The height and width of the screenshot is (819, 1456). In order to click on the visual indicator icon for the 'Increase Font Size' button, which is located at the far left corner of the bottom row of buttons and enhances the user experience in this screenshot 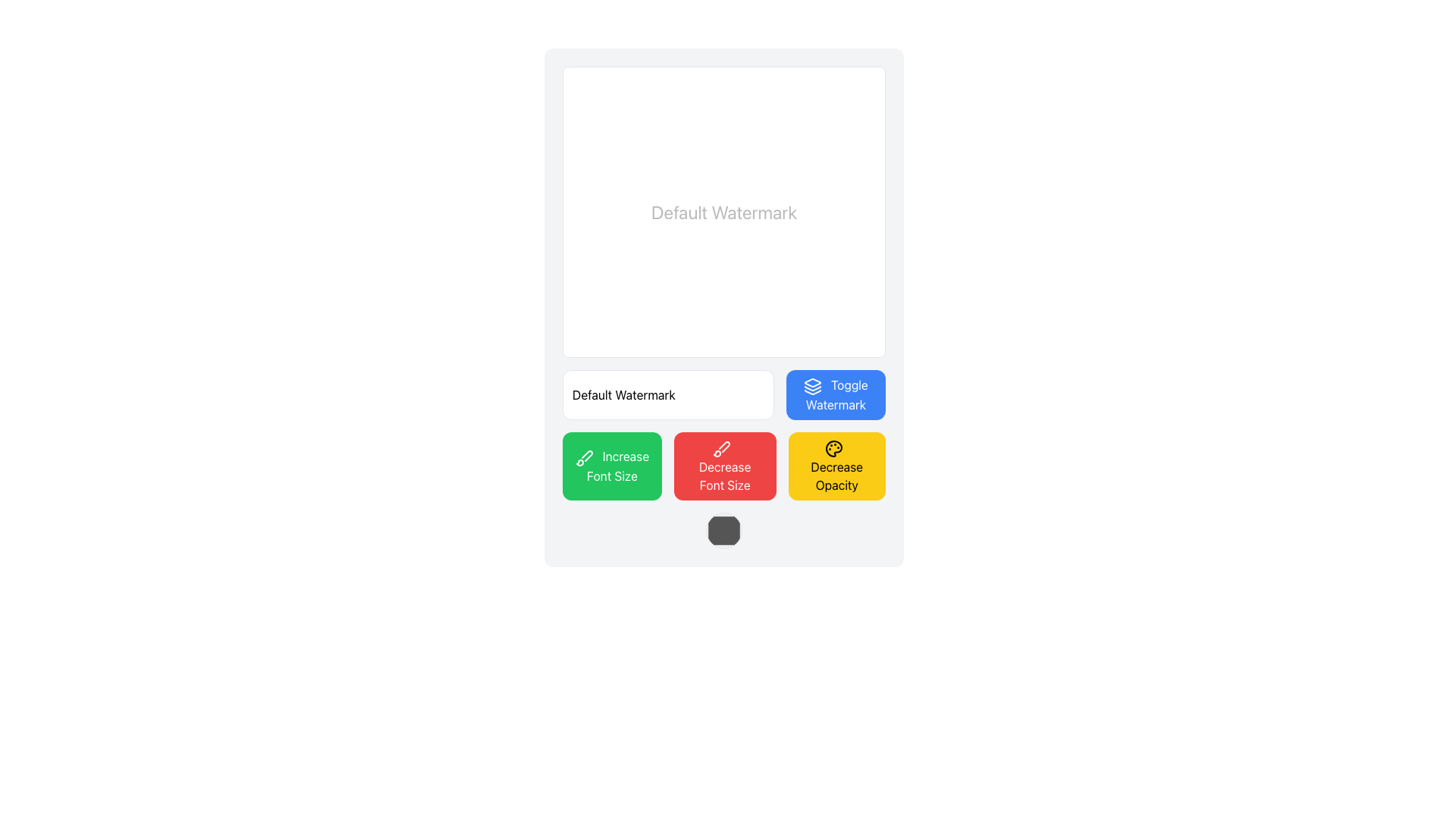, I will do `click(583, 457)`.